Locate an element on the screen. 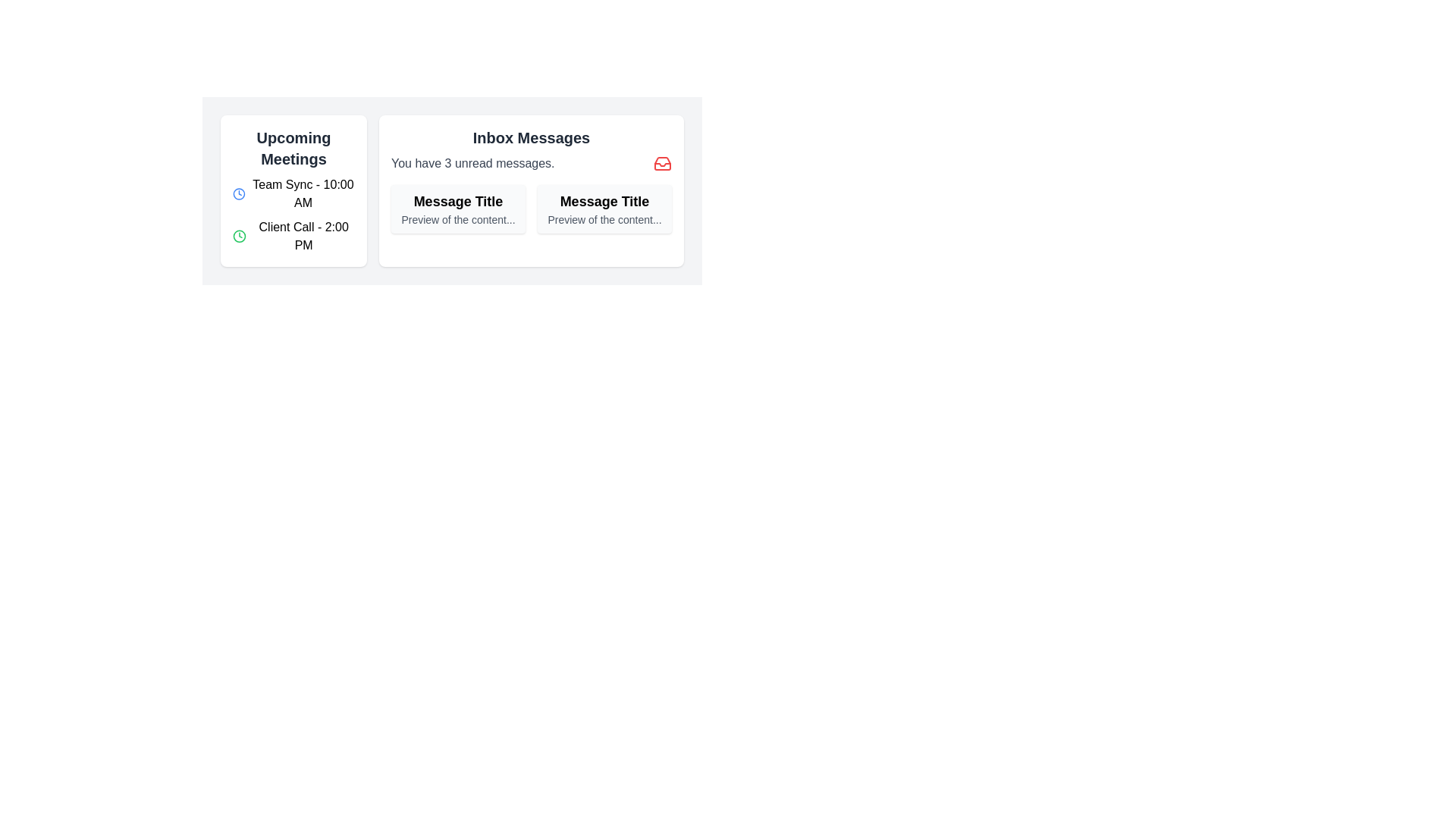  the meeting time icon located to the left of the text 'Team Sync - 10:00 AM' in the 'Upcoming Meetings' section, which is the first item among its siblings is located at coordinates (238, 193).